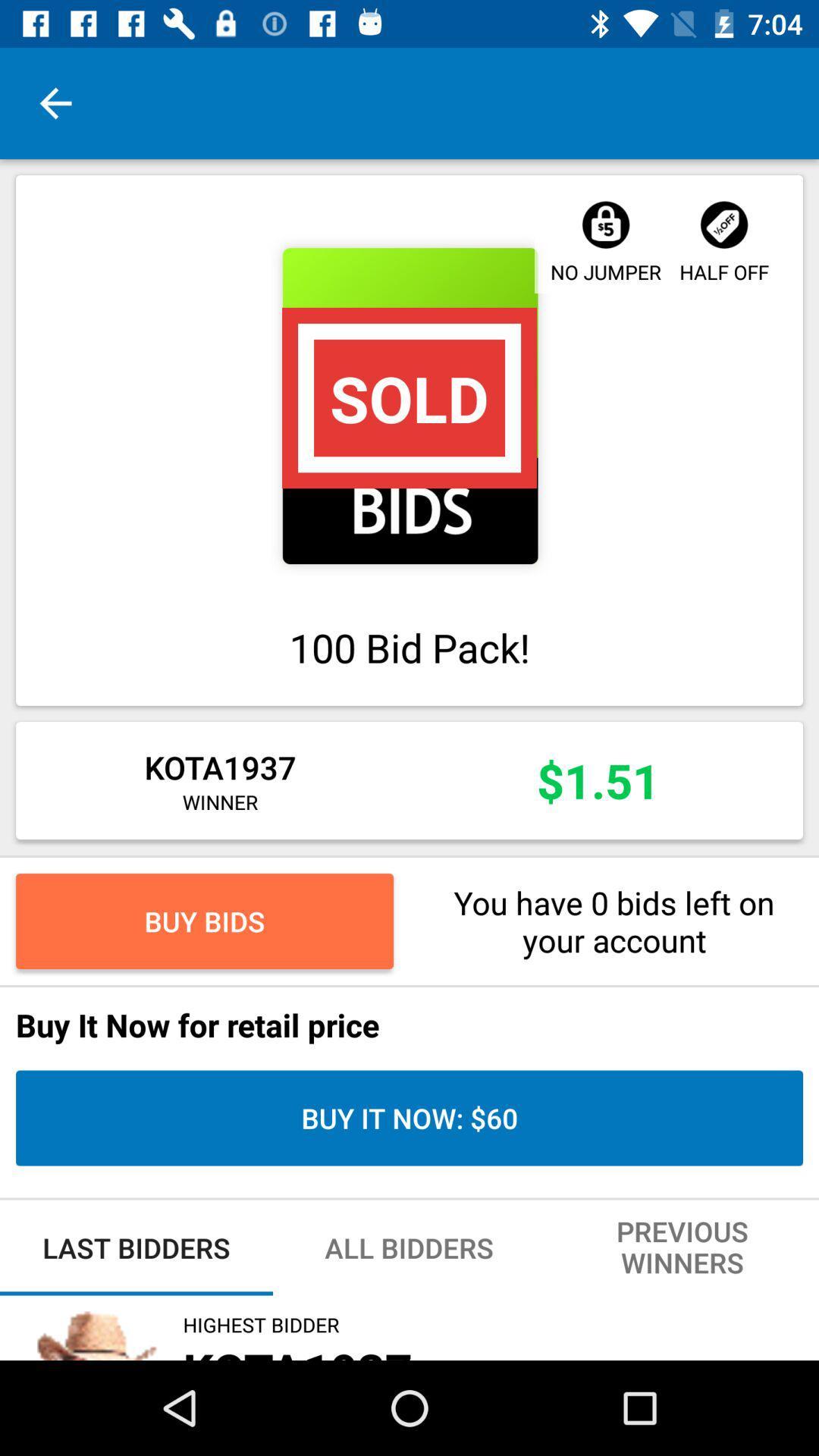 This screenshot has width=819, height=1456. What do you see at coordinates (409, 406) in the screenshot?
I see `product page` at bounding box center [409, 406].